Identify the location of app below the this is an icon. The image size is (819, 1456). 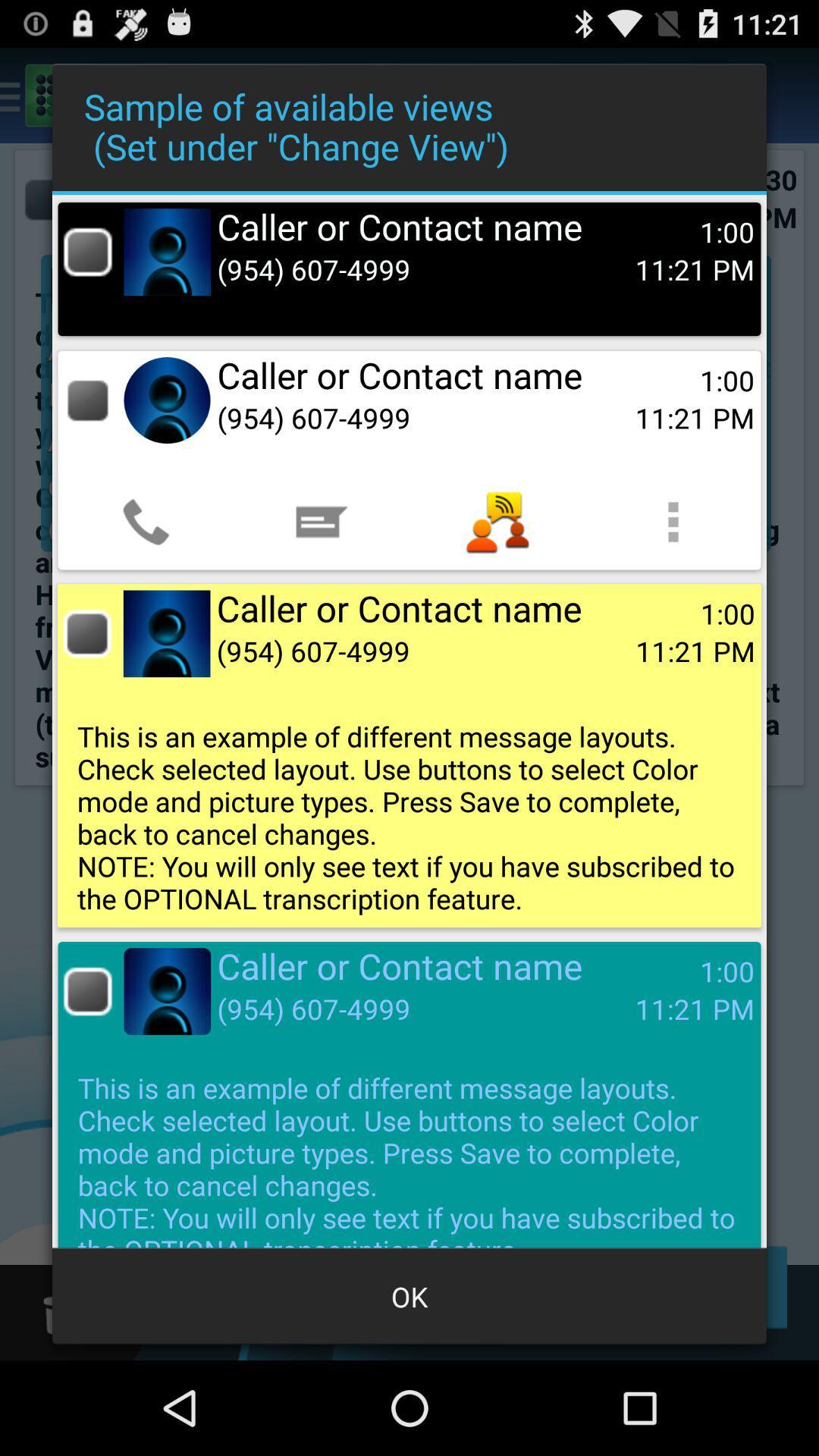
(409, 1295).